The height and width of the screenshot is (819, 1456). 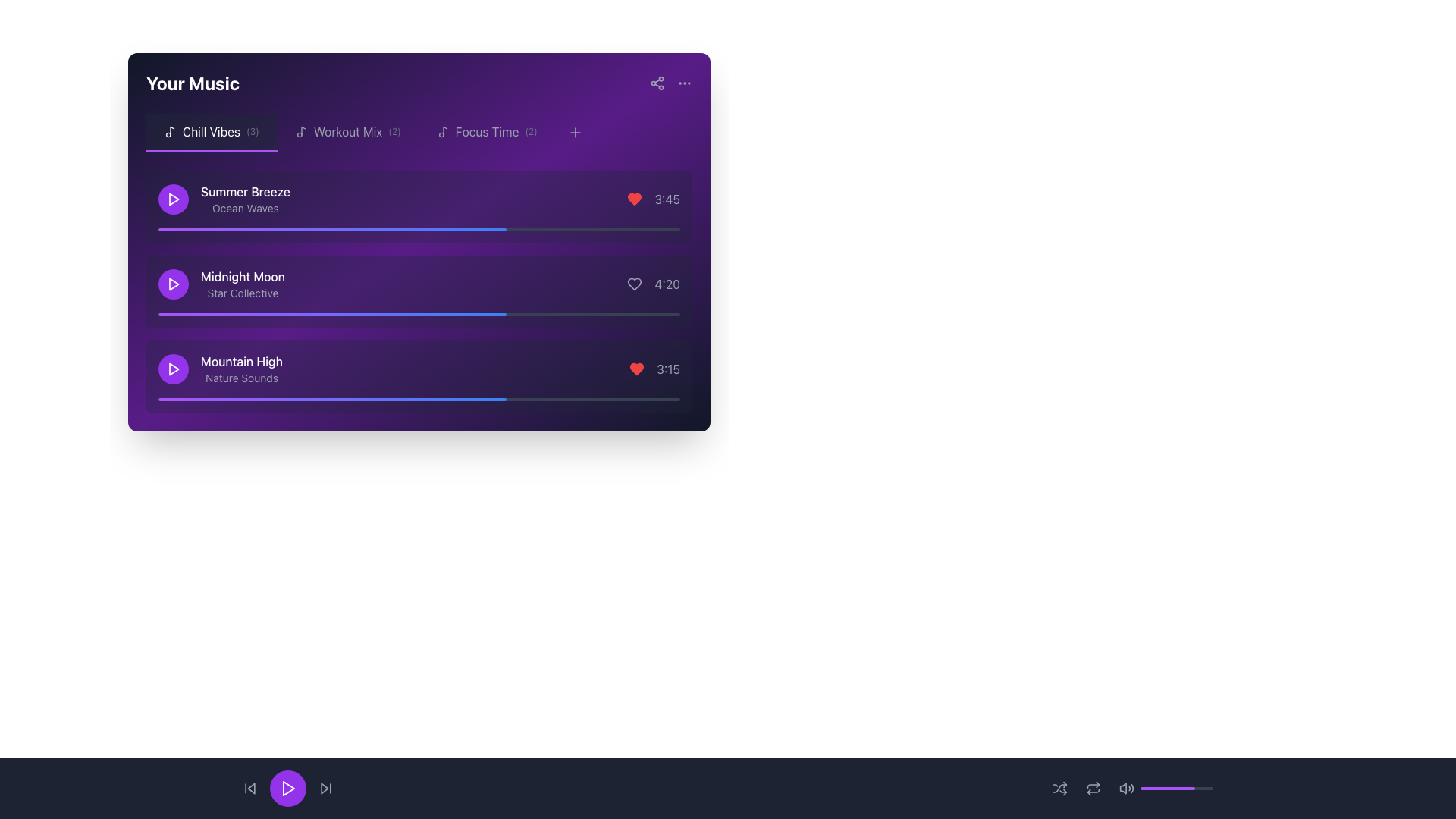 I want to click on the heart-shaped icon in the music player interface, so click(x=635, y=198).